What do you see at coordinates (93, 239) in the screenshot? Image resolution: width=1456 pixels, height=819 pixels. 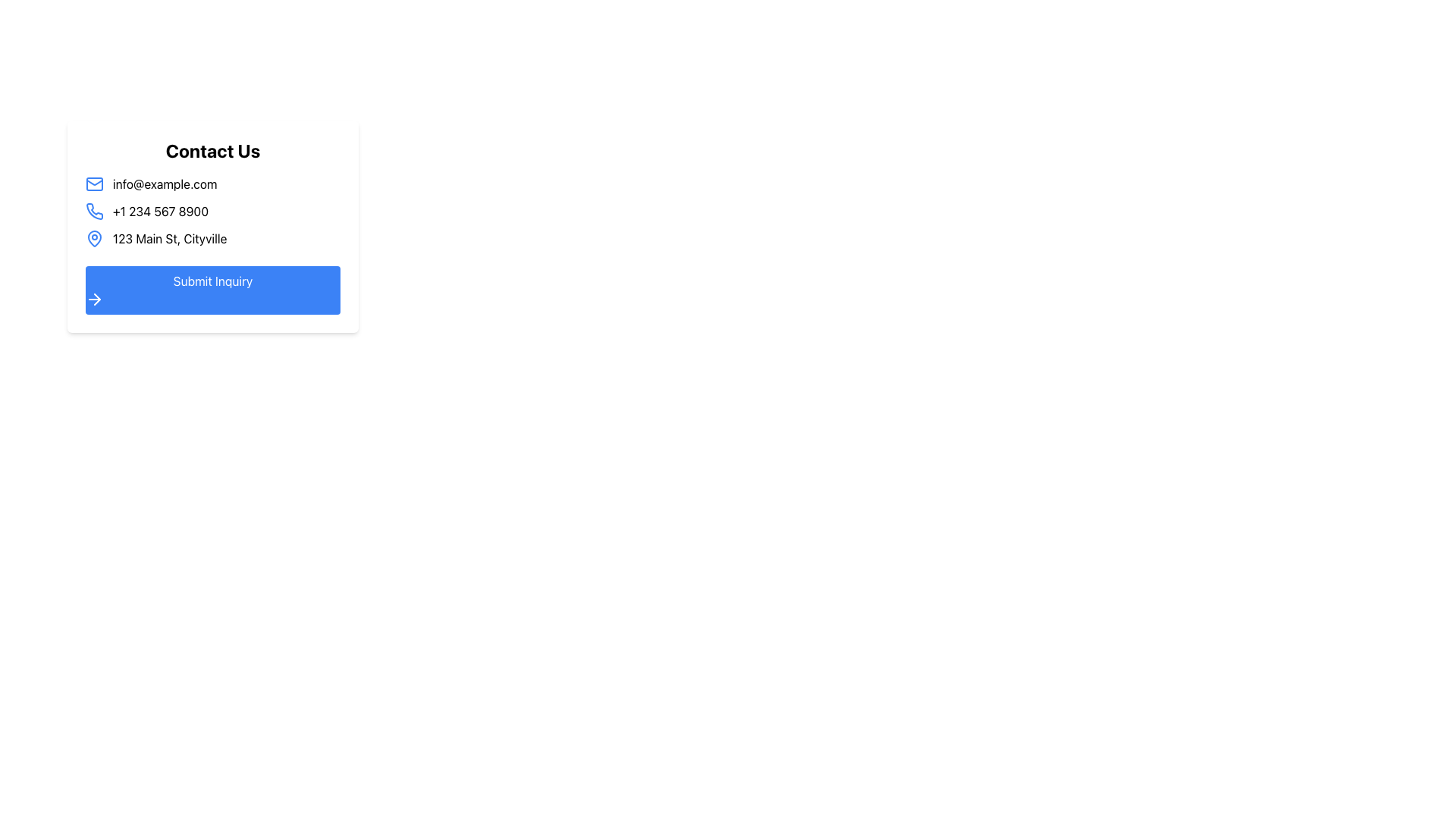 I see `the blue map pin icon located to the left of the '123 Main St, Cityville' text, which is positioned below the phone number entry and above the 'Submit Inquiry' button within the contact card section` at bounding box center [93, 239].